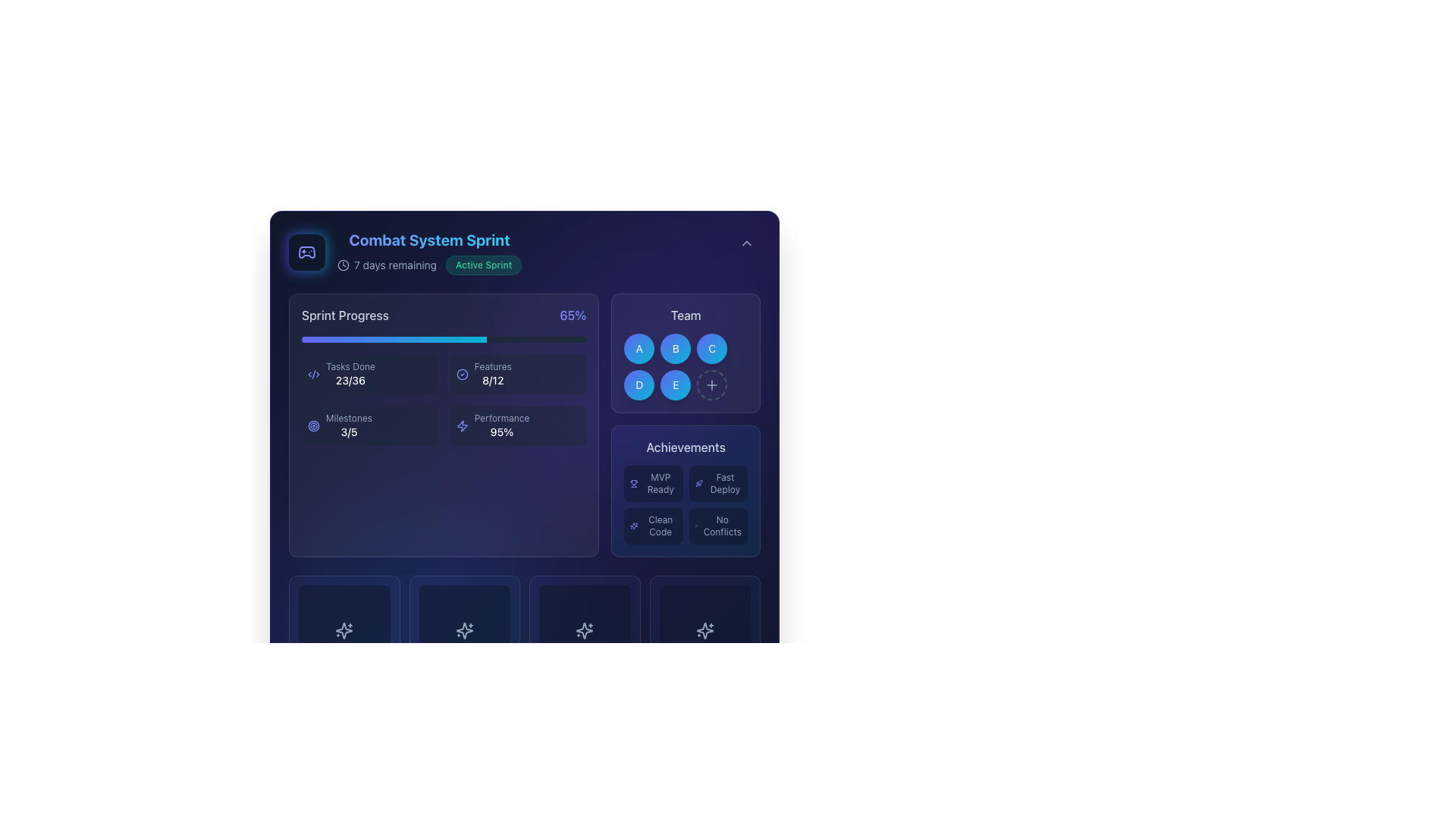 This screenshot has width=1456, height=819. Describe the element at coordinates (443, 338) in the screenshot. I see `the horizontal progress bar located in the 'Sprint Progress' section` at that location.